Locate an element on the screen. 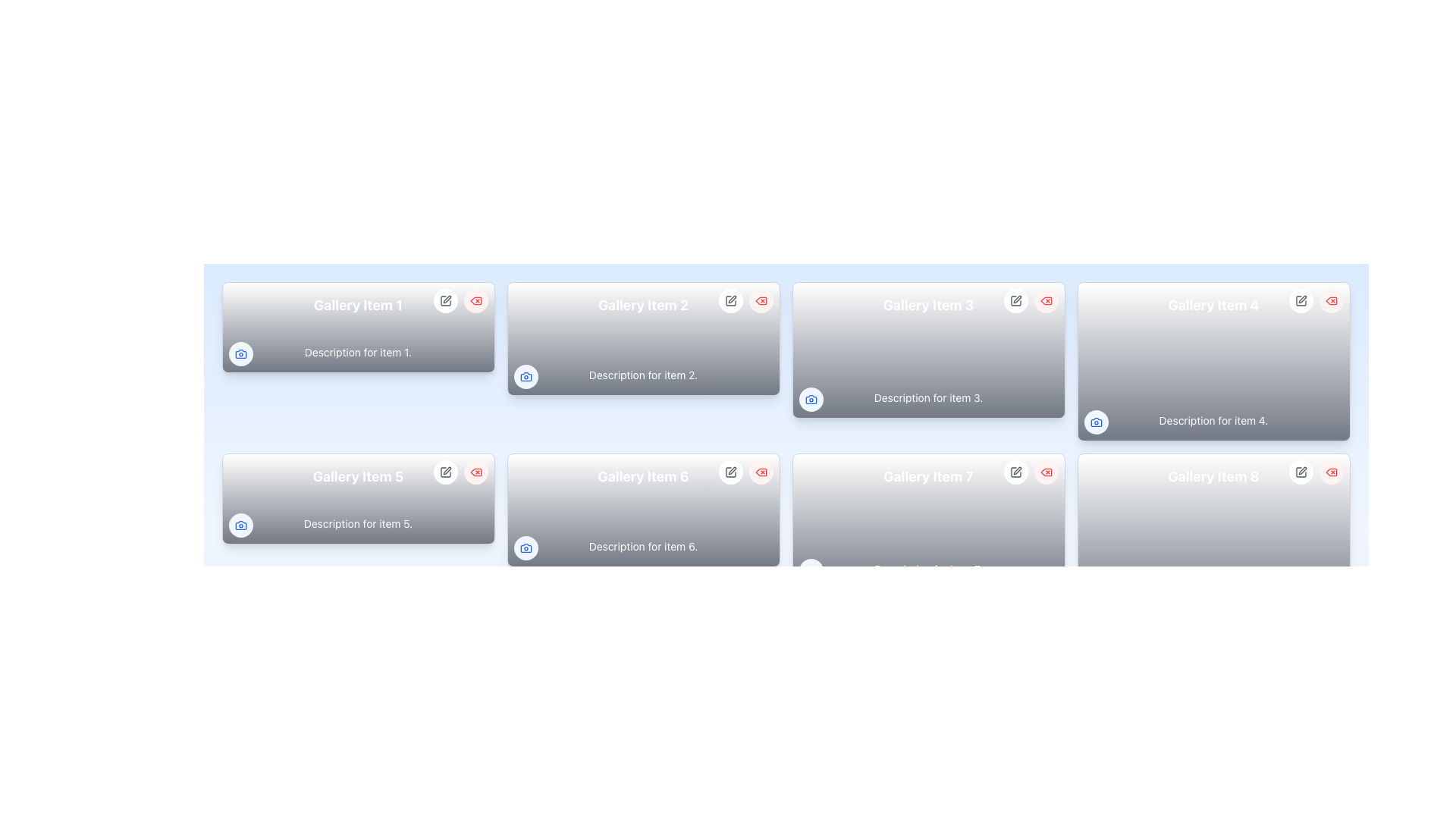 This screenshot has width=1456, height=819. the square-shaped edit icon in the top-right corner of the 'Gallery Item 6' card is located at coordinates (730, 472).